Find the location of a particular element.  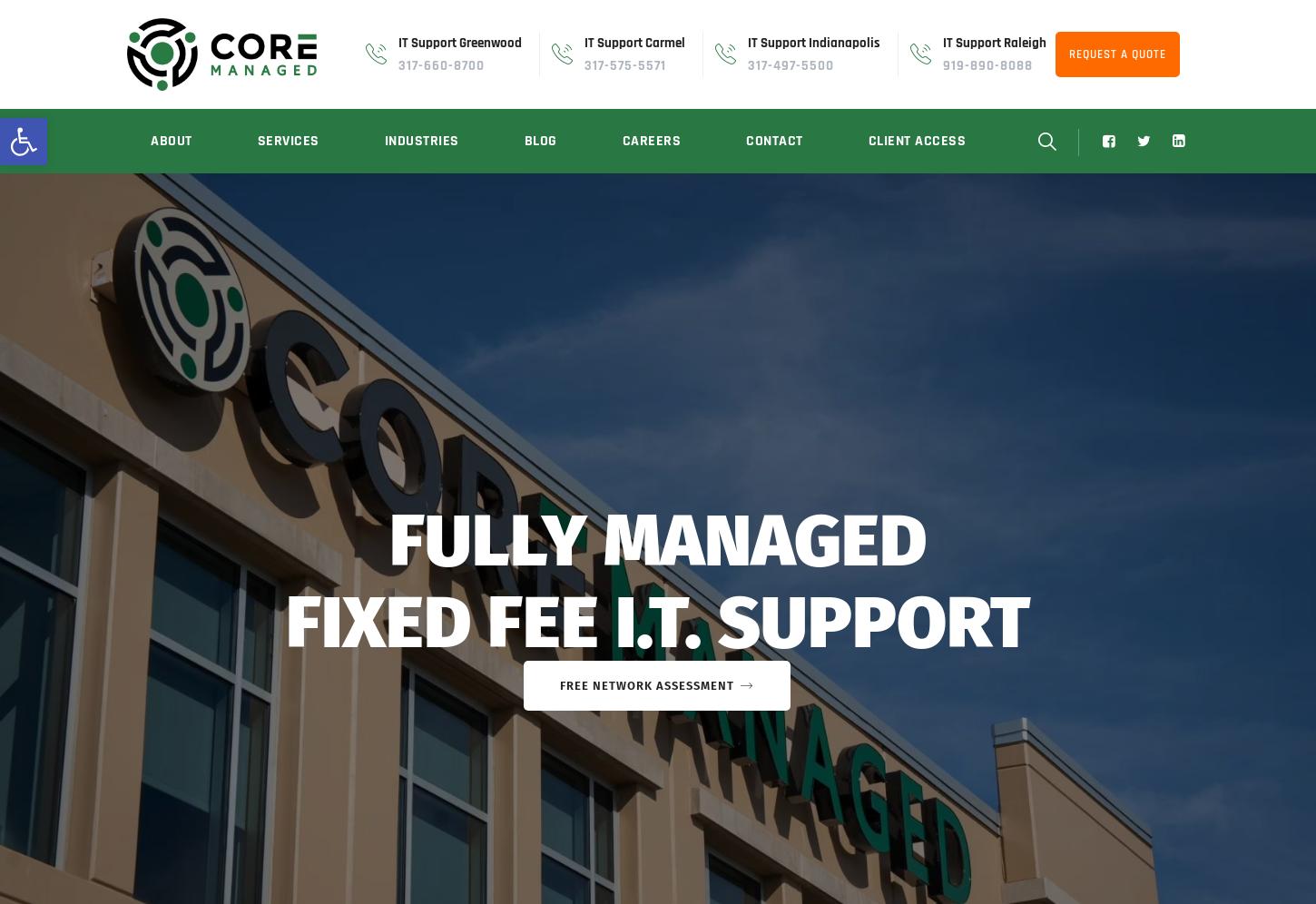

'Car Dealerships' is located at coordinates (378, 425).